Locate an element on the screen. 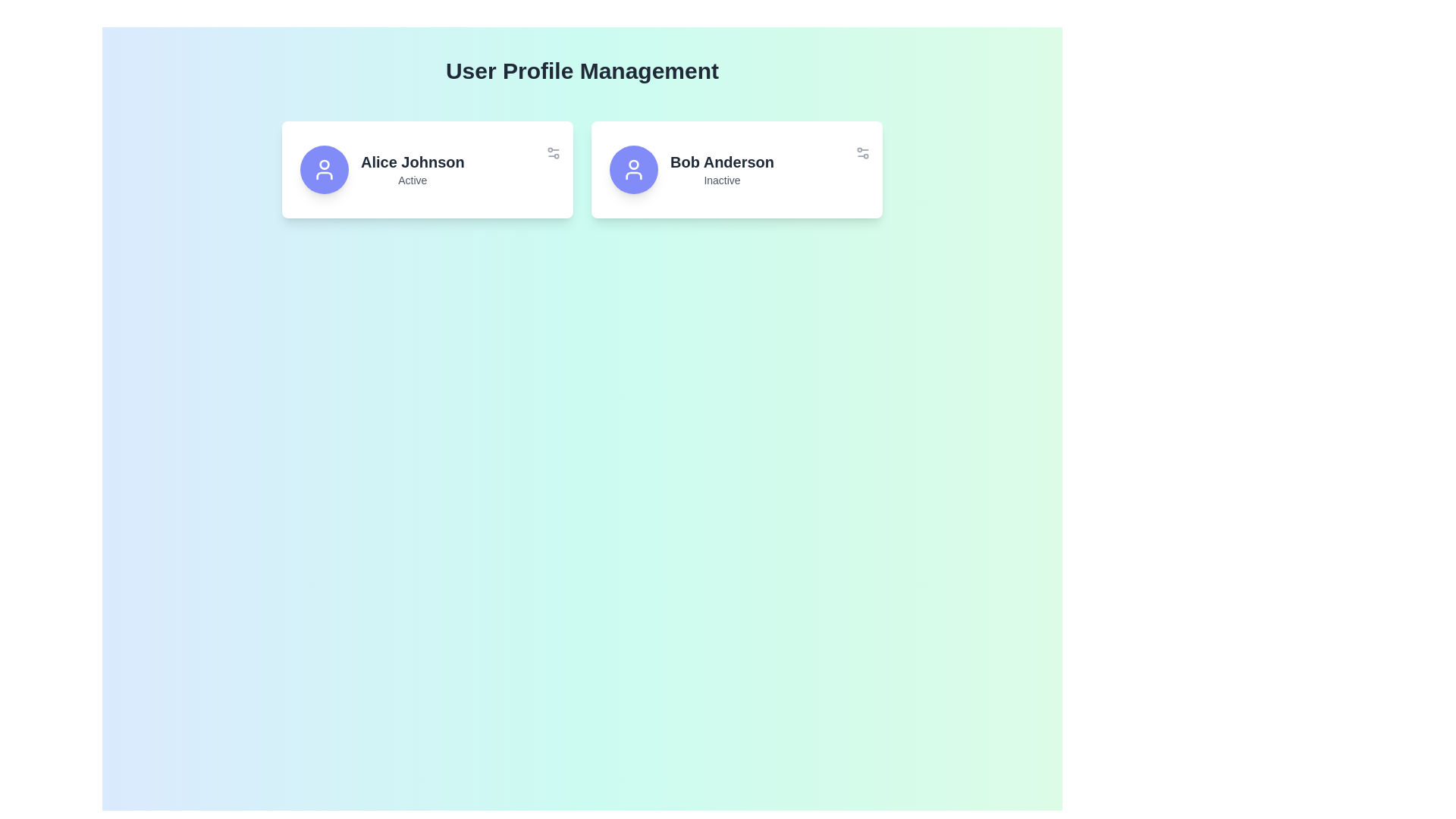 The image size is (1456, 819). the text display component showing 'Alice Johnson' and 'Active' is located at coordinates (413, 169).